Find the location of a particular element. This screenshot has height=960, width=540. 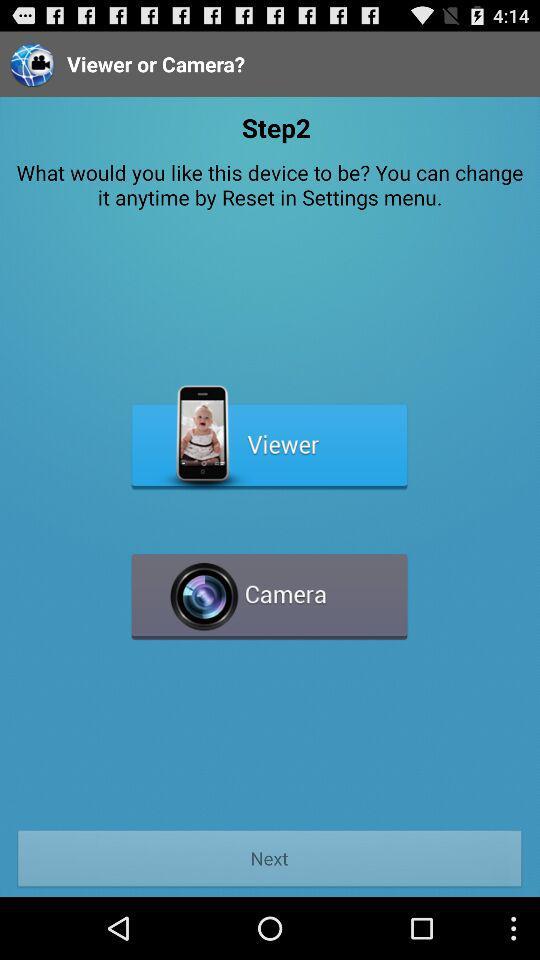

open viewer is located at coordinates (269, 438).